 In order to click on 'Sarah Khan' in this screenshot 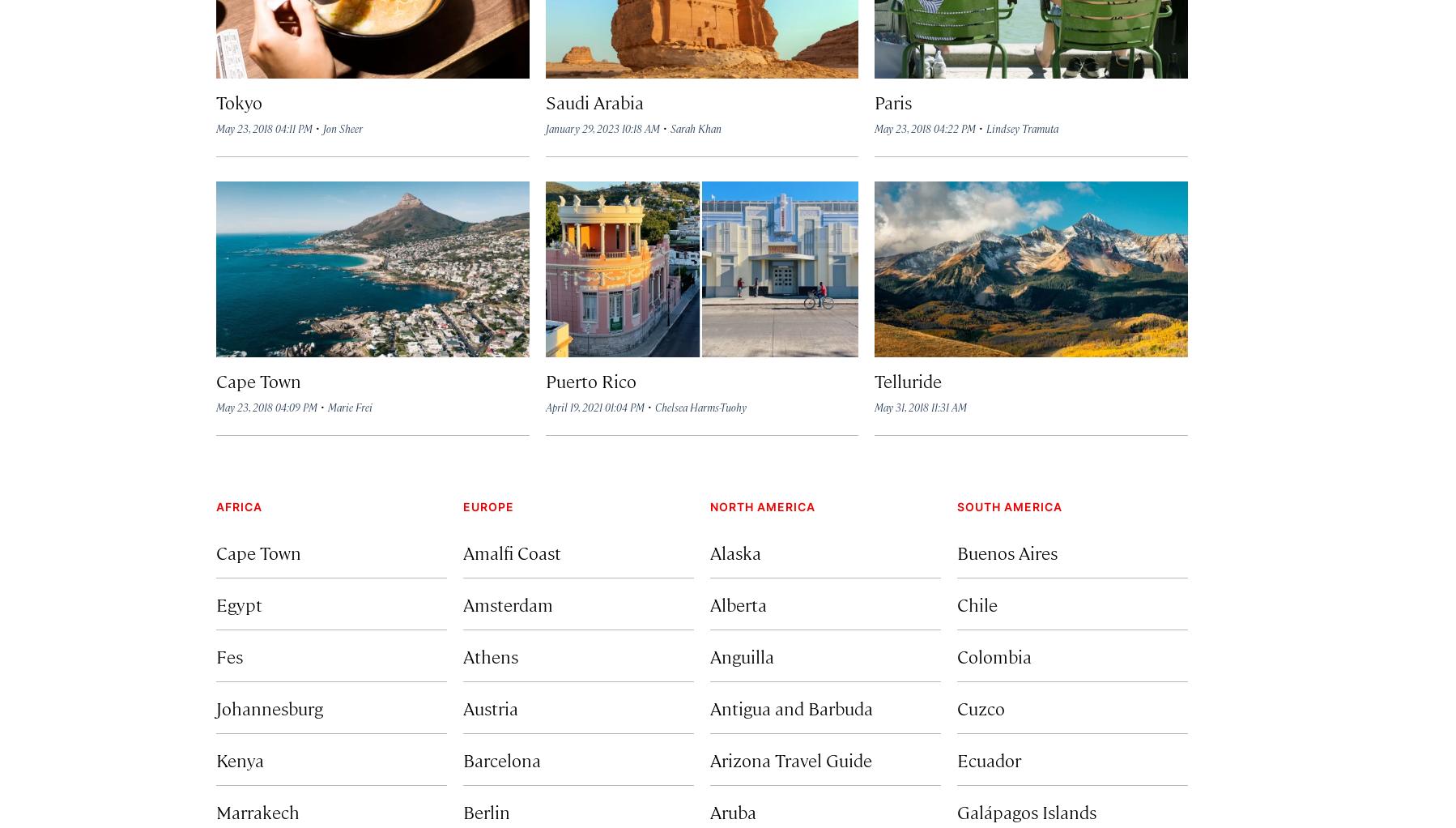, I will do `click(670, 127)`.